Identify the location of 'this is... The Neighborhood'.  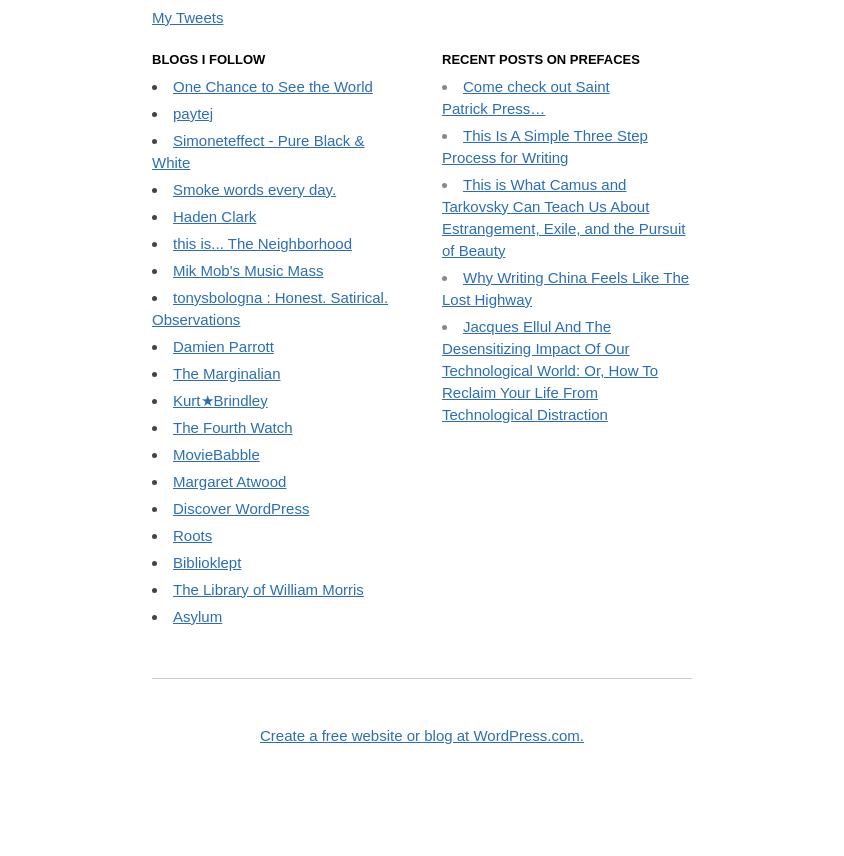
(261, 405).